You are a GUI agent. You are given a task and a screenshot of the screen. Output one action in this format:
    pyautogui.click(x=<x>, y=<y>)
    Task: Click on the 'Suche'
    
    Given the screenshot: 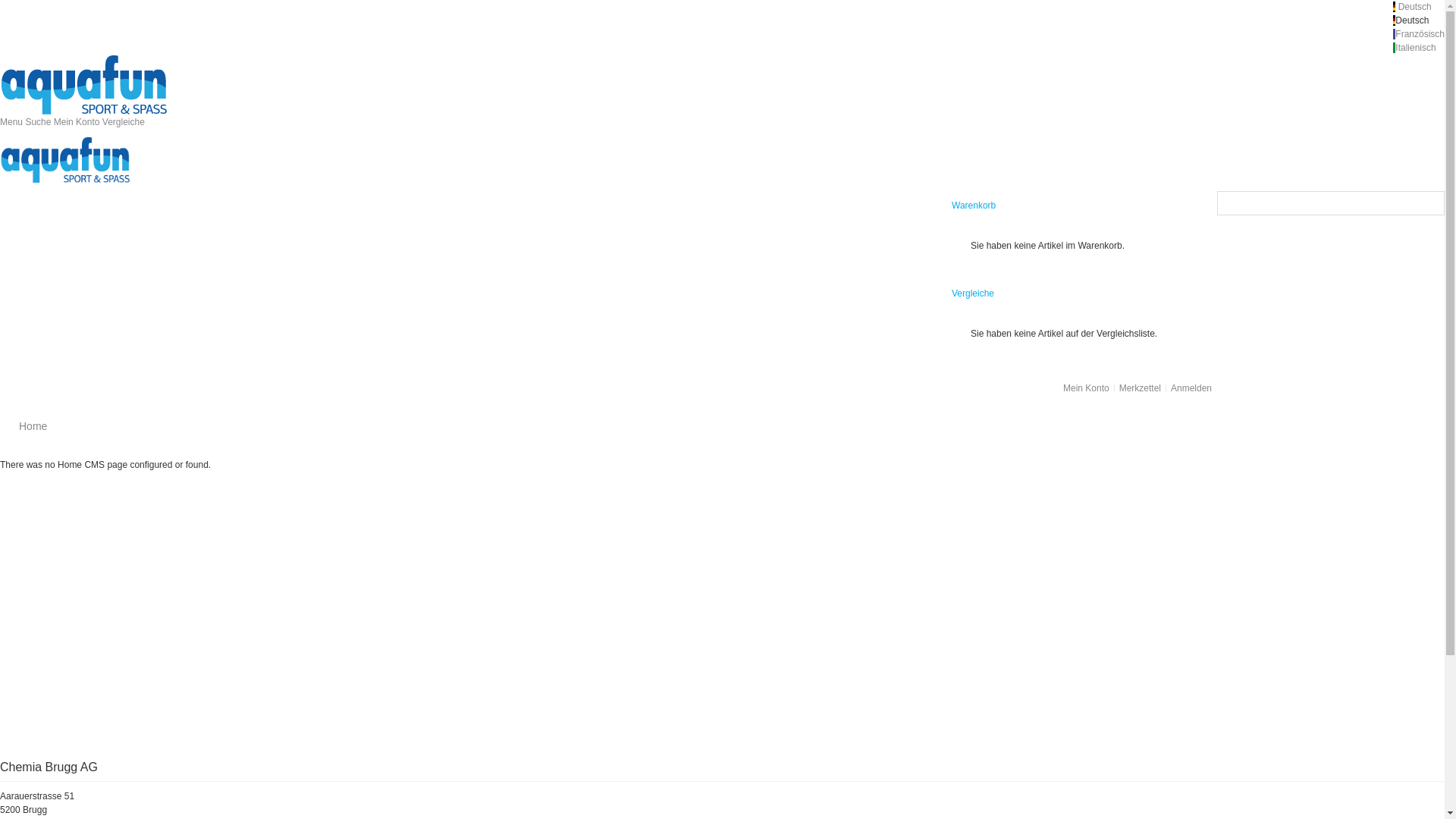 What is the action you would take?
    pyautogui.click(x=1429, y=205)
    